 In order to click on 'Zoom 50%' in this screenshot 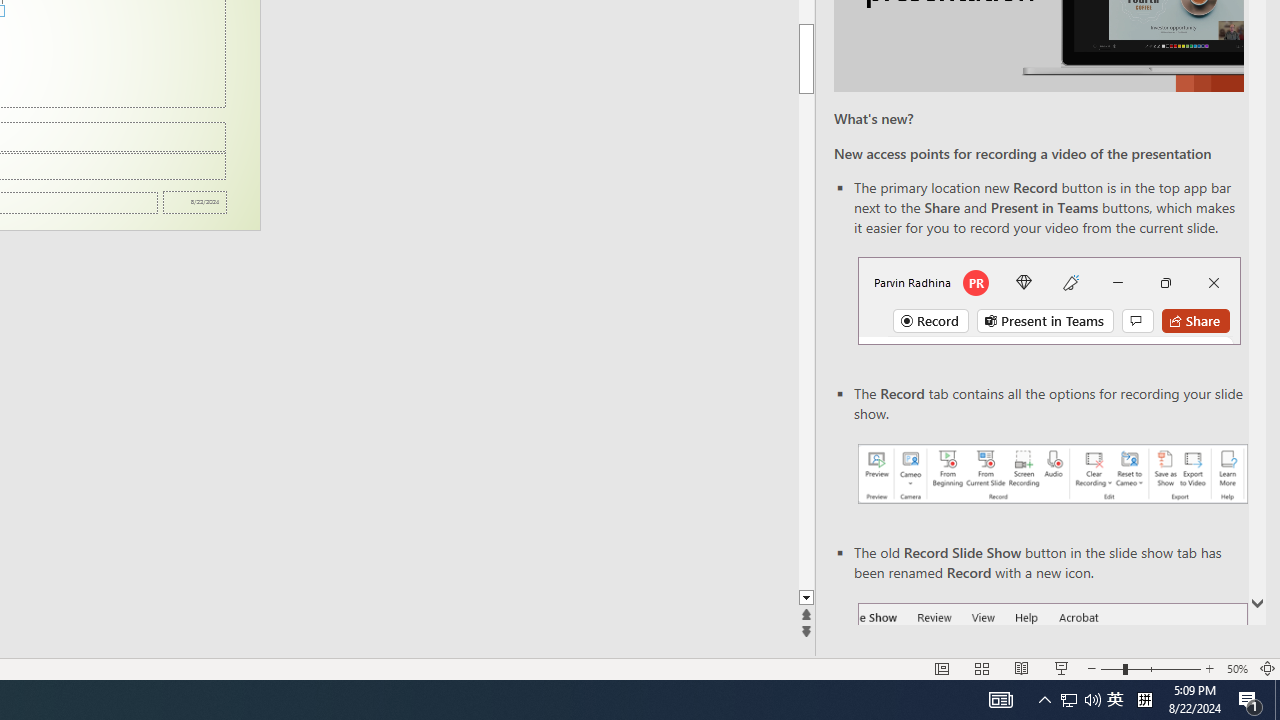, I will do `click(1236, 669)`.